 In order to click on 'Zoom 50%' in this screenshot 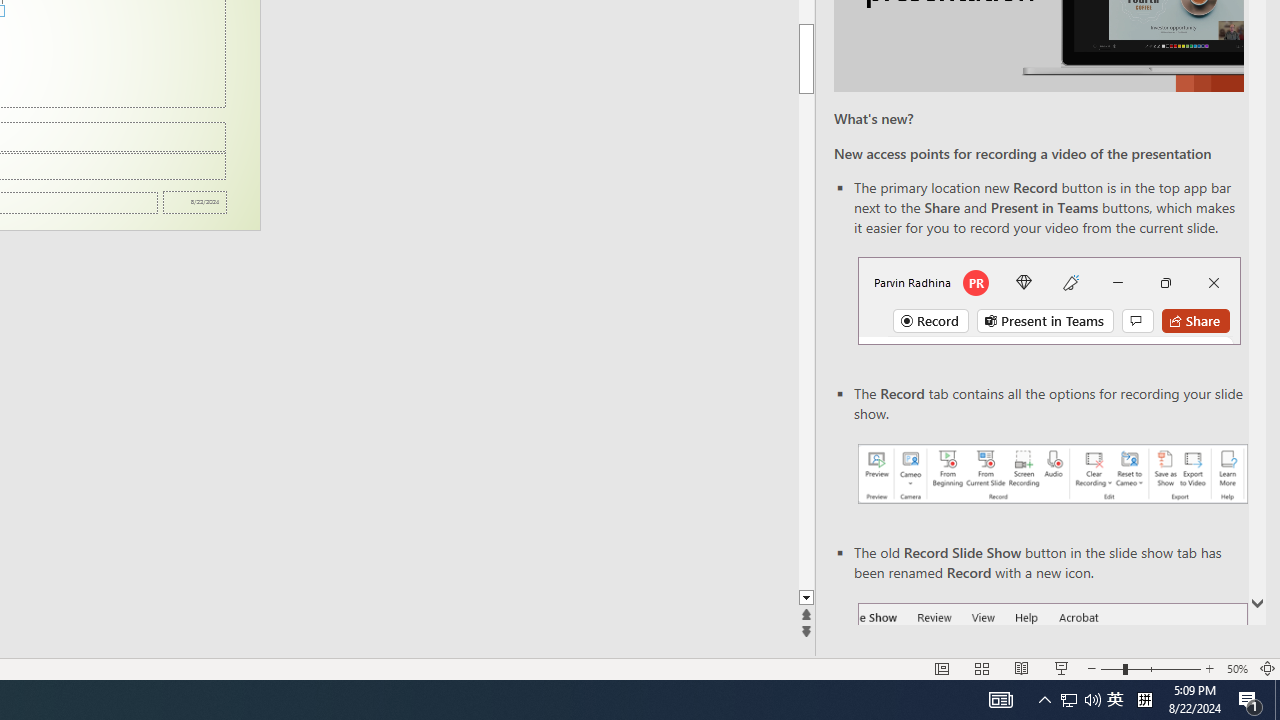, I will do `click(1236, 669)`.